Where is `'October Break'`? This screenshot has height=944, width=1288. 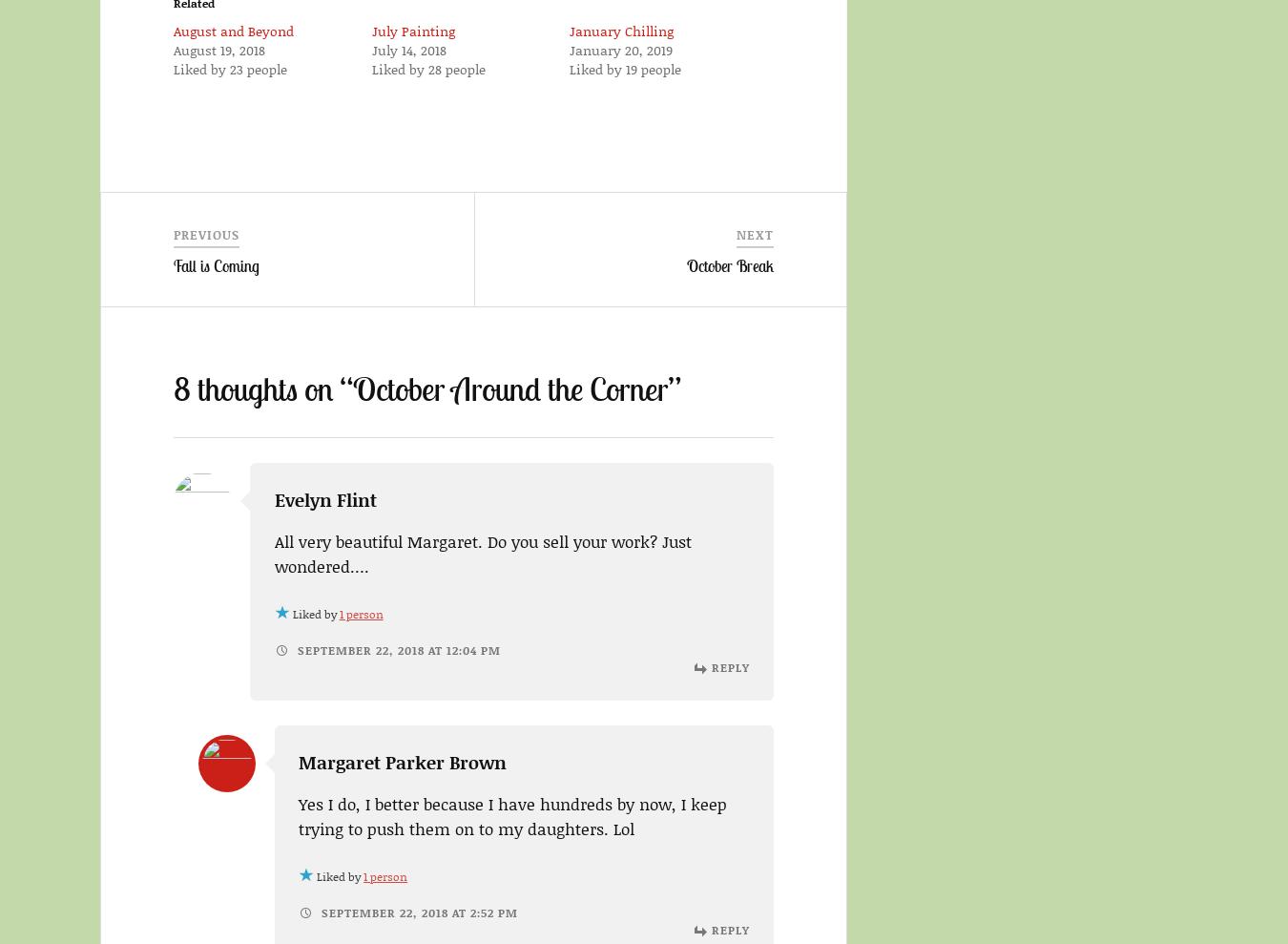
'October Break' is located at coordinates (729, 265).